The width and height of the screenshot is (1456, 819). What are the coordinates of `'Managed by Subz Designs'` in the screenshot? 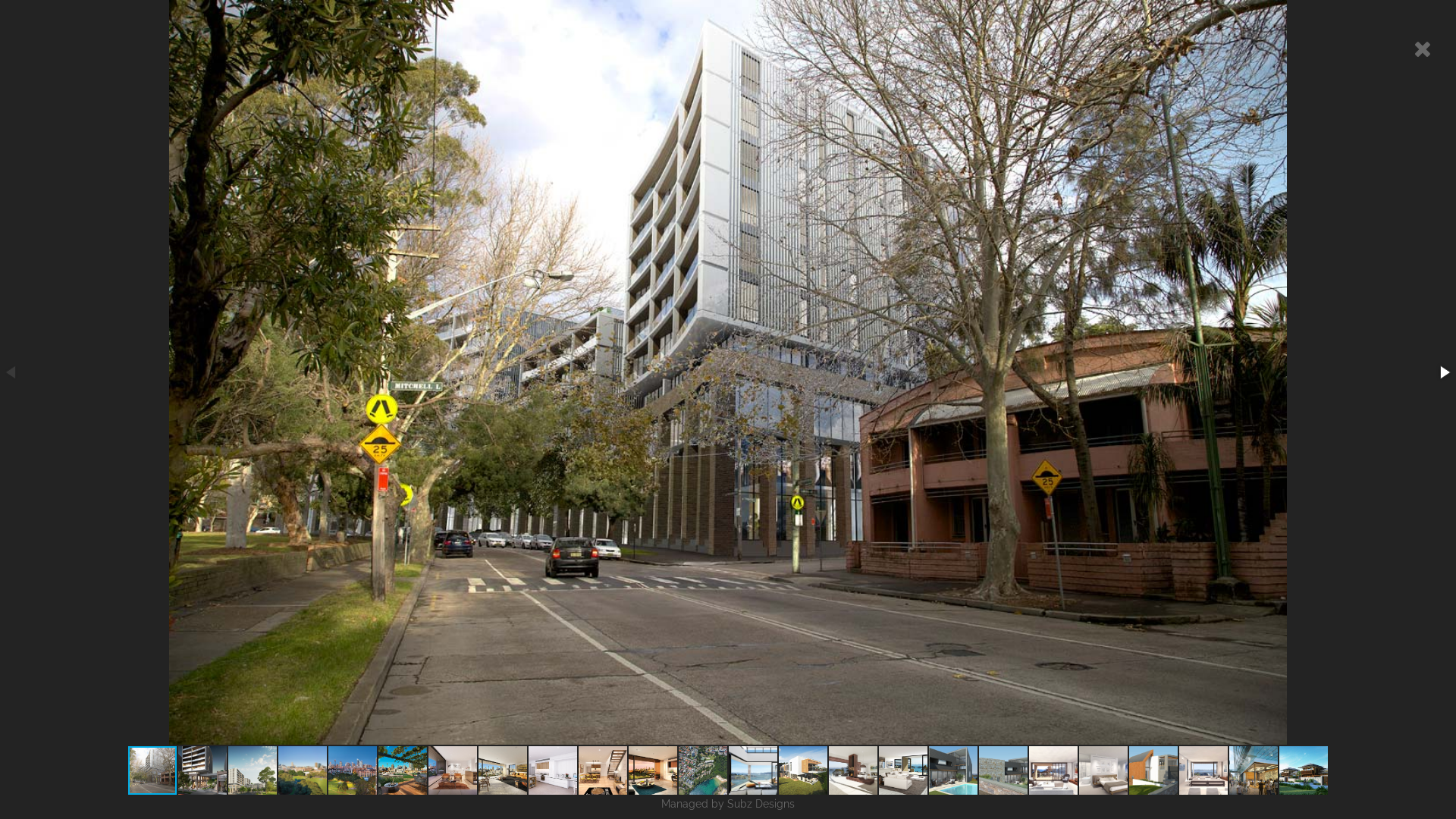 It's located at (728, 803).